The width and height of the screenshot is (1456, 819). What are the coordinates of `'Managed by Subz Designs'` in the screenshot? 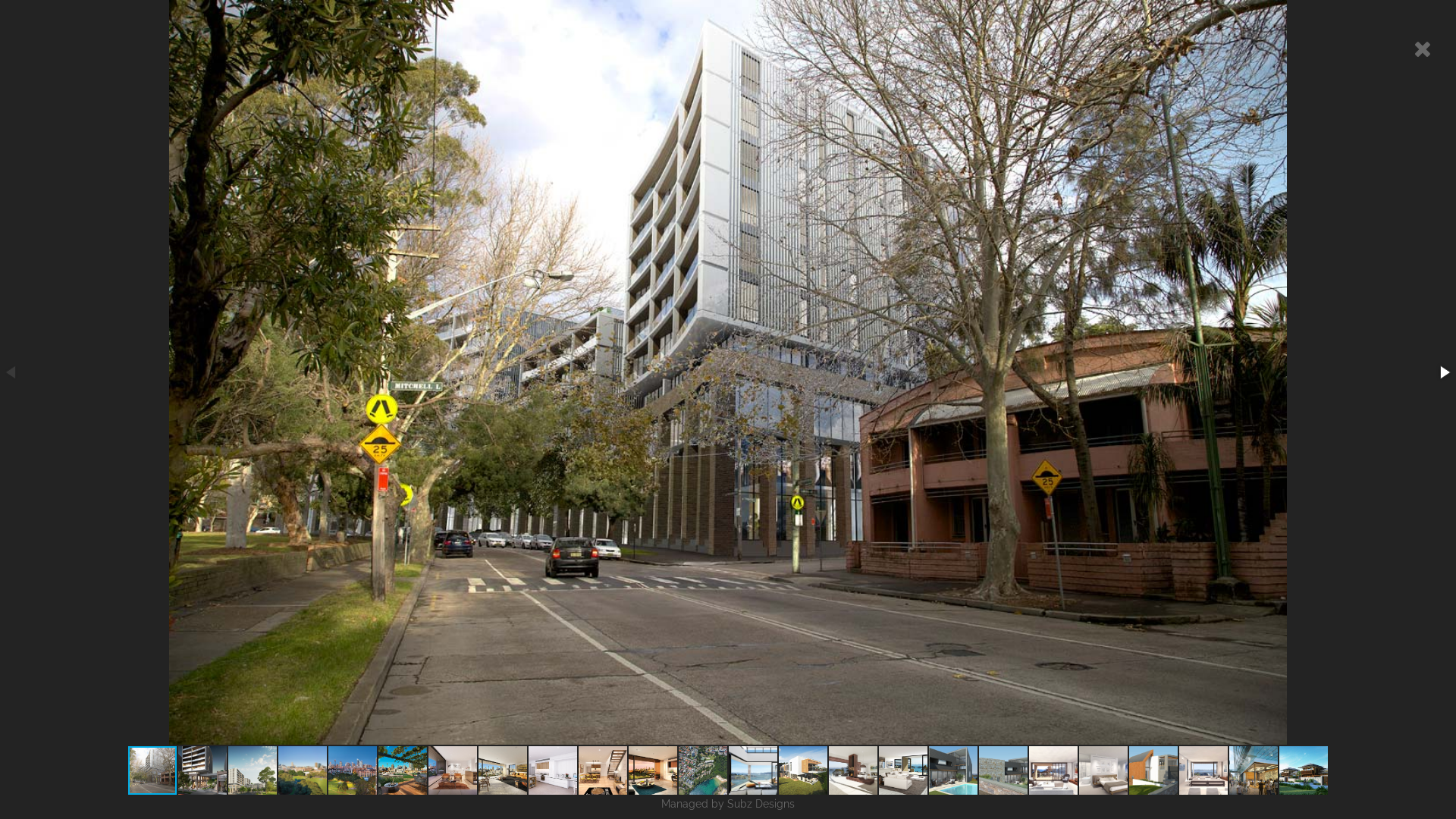 It's located at (728, 803).